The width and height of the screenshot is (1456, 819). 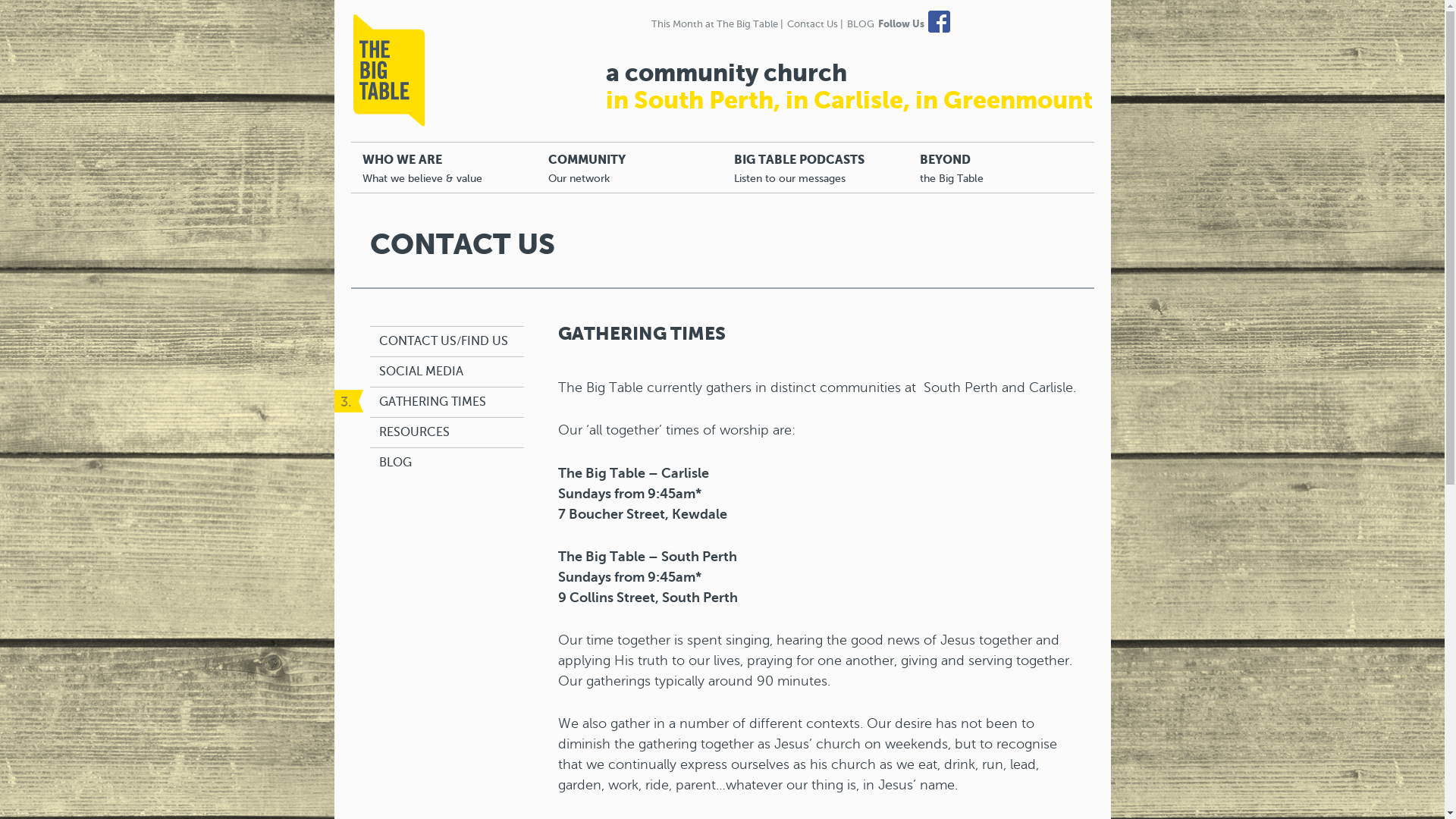 What do you see at coordinates (421, 372) in the screenshot?
I see `'SOCIAL MEDIA'` at bounding box center [421, 372].